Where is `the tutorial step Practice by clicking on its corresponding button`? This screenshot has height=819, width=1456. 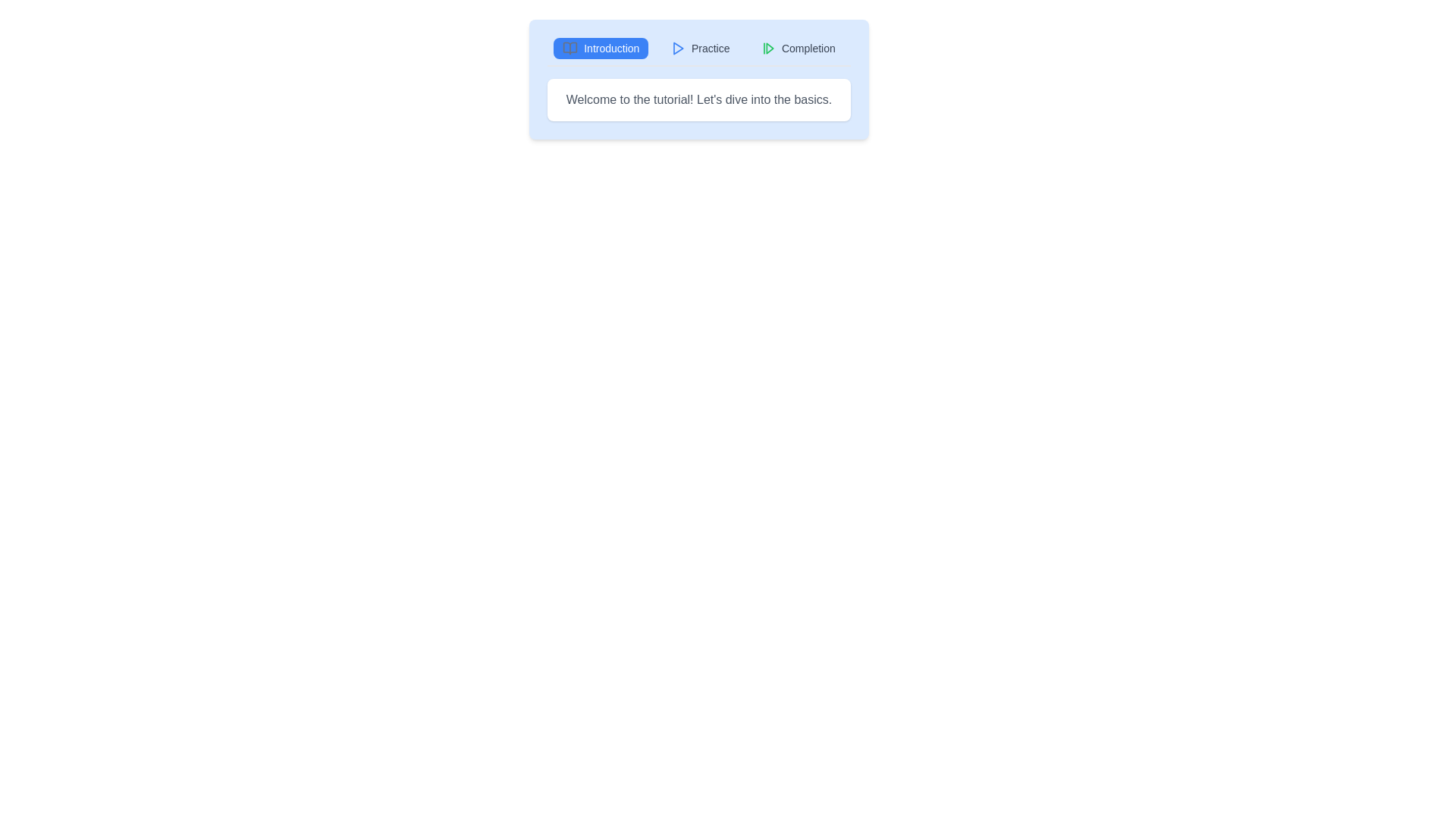 the tutorial step Practice by clicking on its corresponding button is located at coordinates (699, 48).